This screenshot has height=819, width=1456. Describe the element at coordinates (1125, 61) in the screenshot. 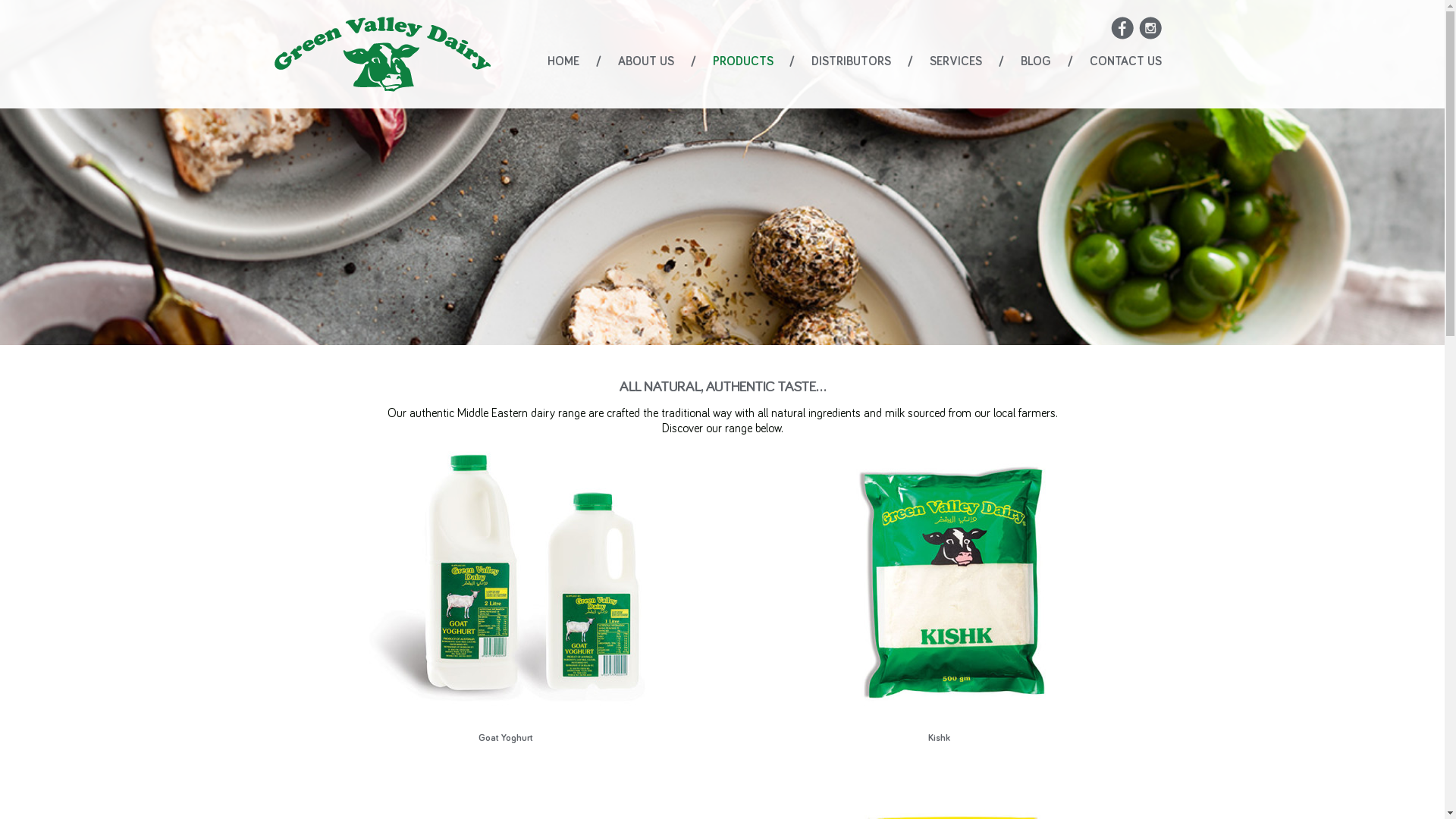

I see `'CONTACT US'` at that location.